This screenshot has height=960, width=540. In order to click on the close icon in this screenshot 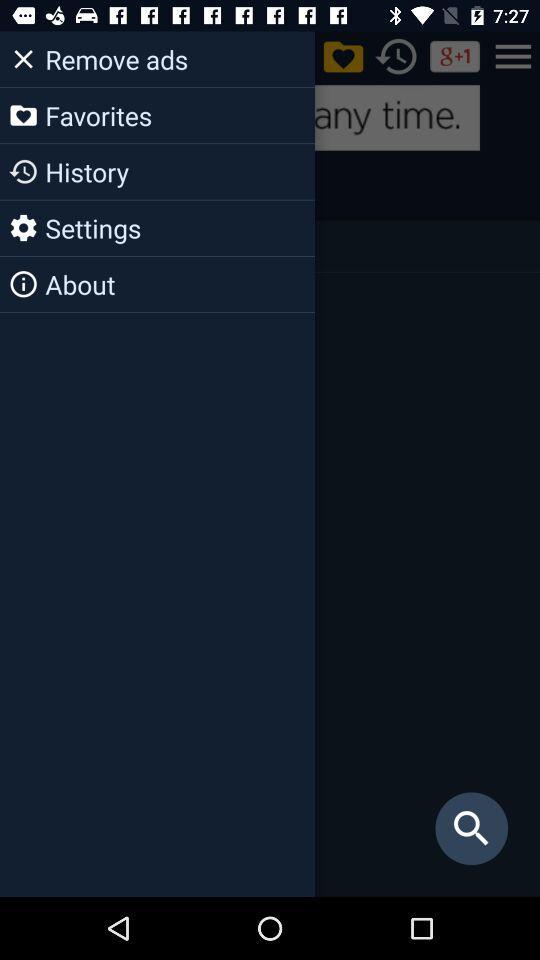, I will do `click(25, 55)`.